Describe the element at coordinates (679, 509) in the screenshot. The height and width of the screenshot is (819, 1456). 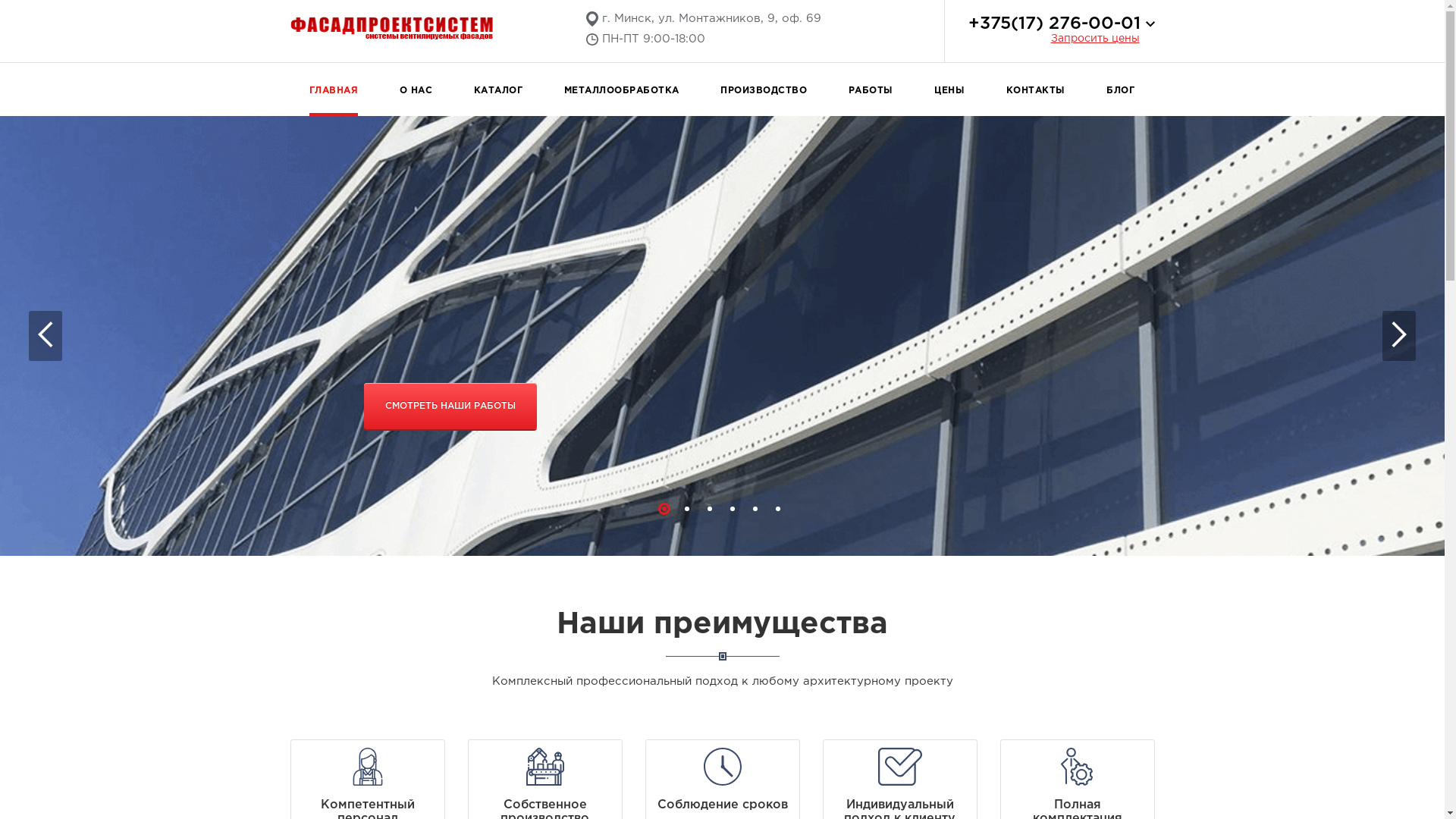
I see `'2'` at that location.